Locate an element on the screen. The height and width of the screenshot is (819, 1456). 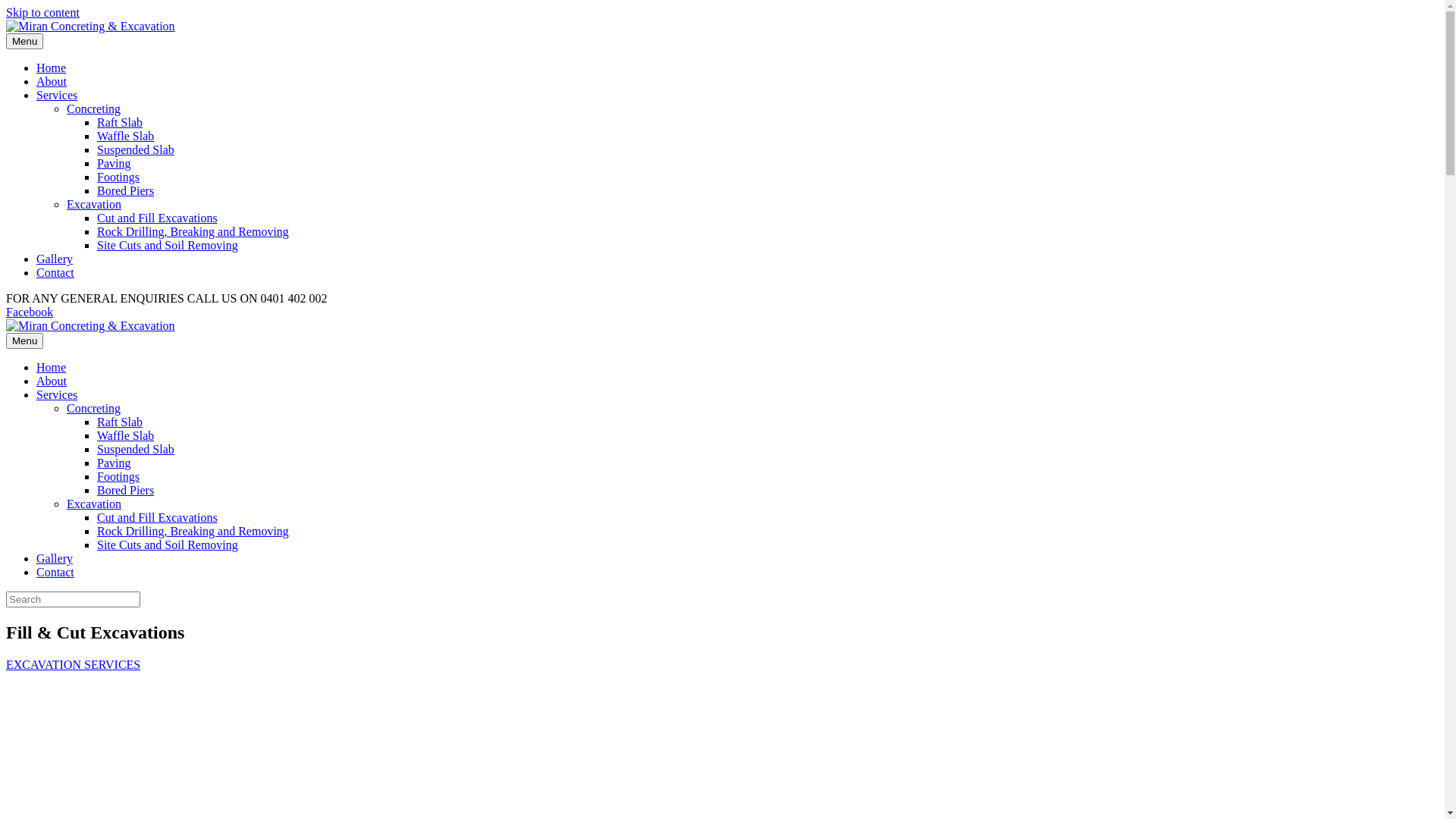
'Waffle Slab' is located at coordinates (125, 135).